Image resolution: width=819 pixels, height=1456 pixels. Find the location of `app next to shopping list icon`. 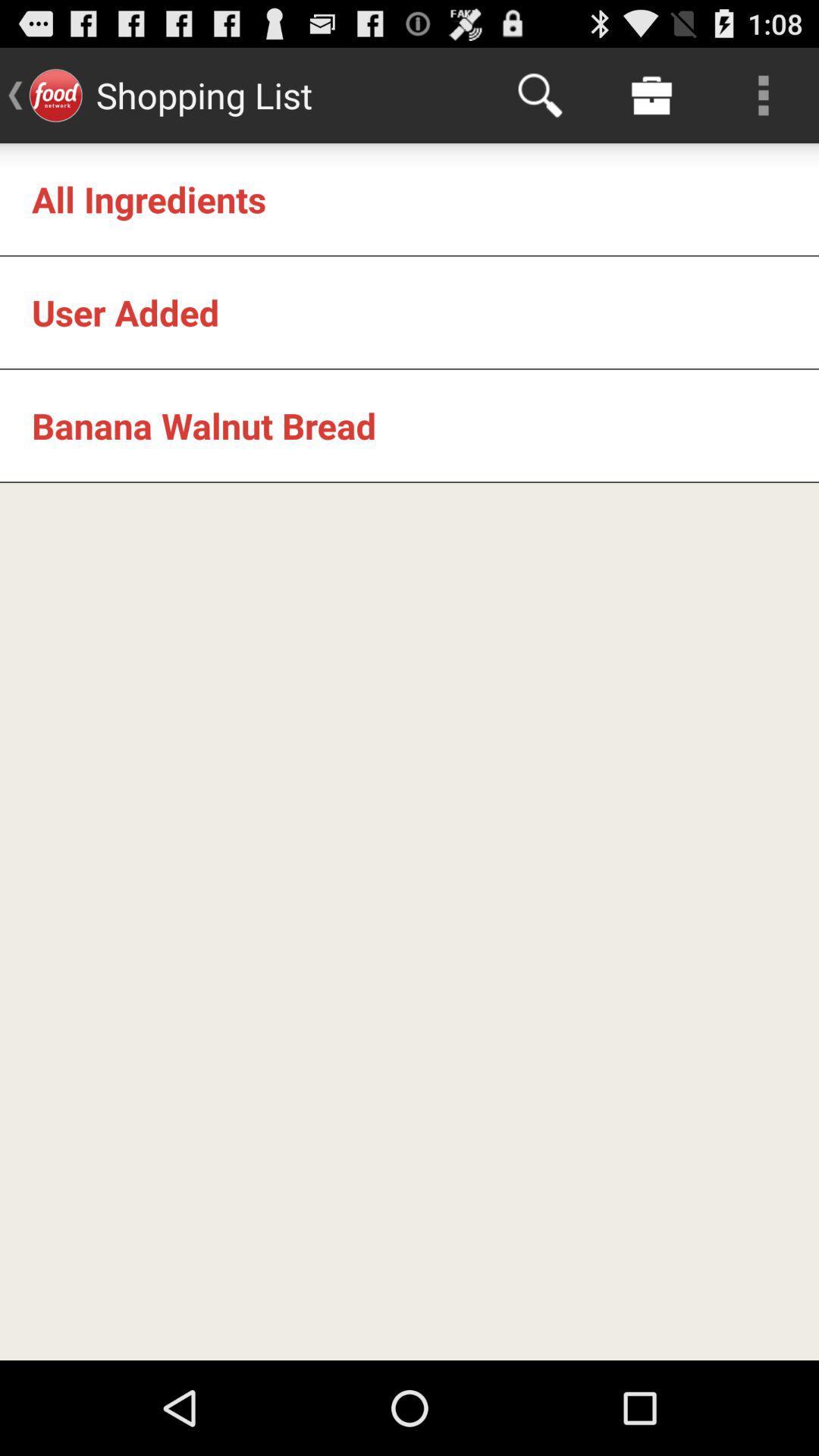

app next to shopping list icon is located at coordinates (539, 94).